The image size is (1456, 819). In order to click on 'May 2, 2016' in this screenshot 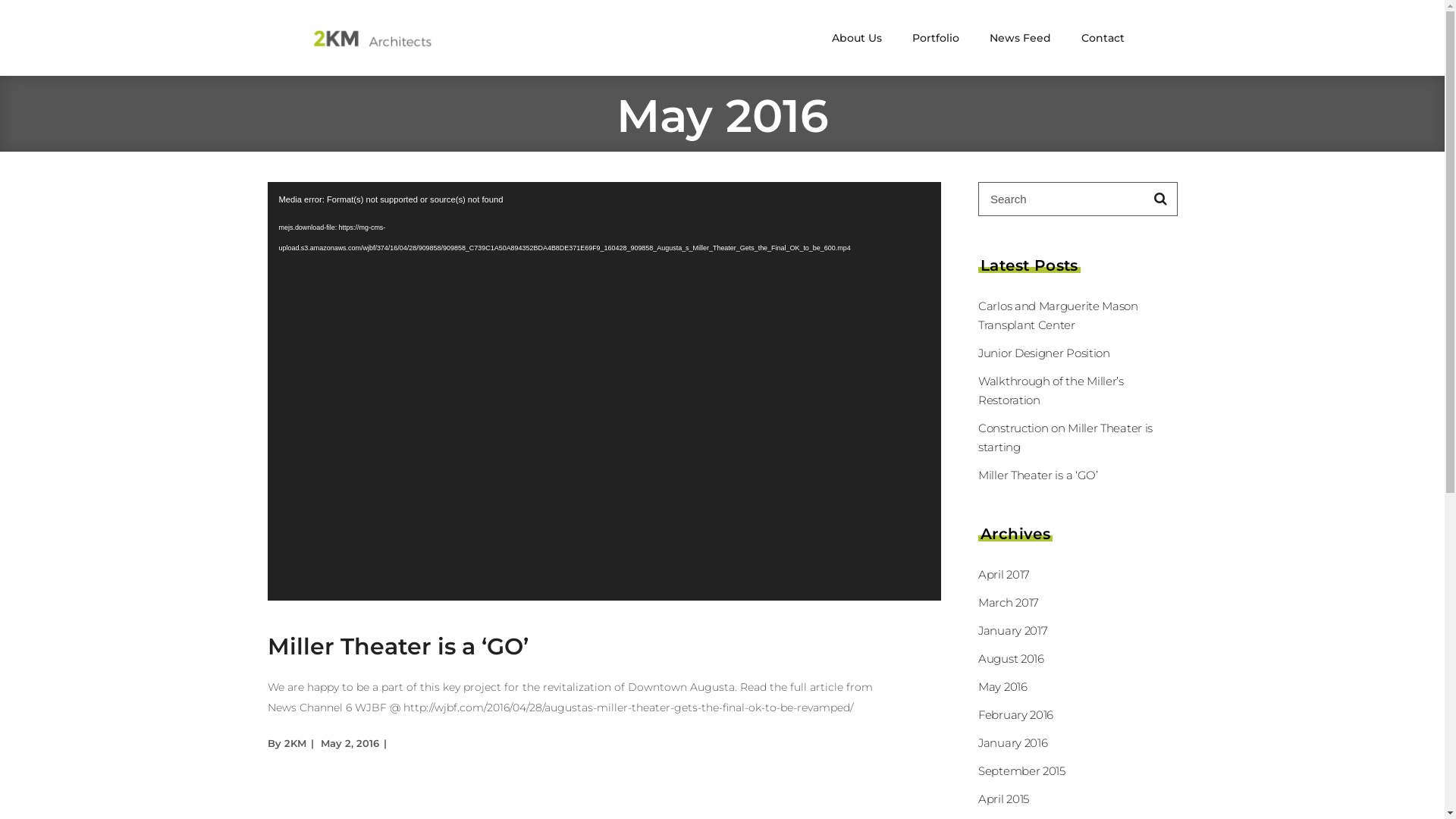, I will do `click(348, 742)`.